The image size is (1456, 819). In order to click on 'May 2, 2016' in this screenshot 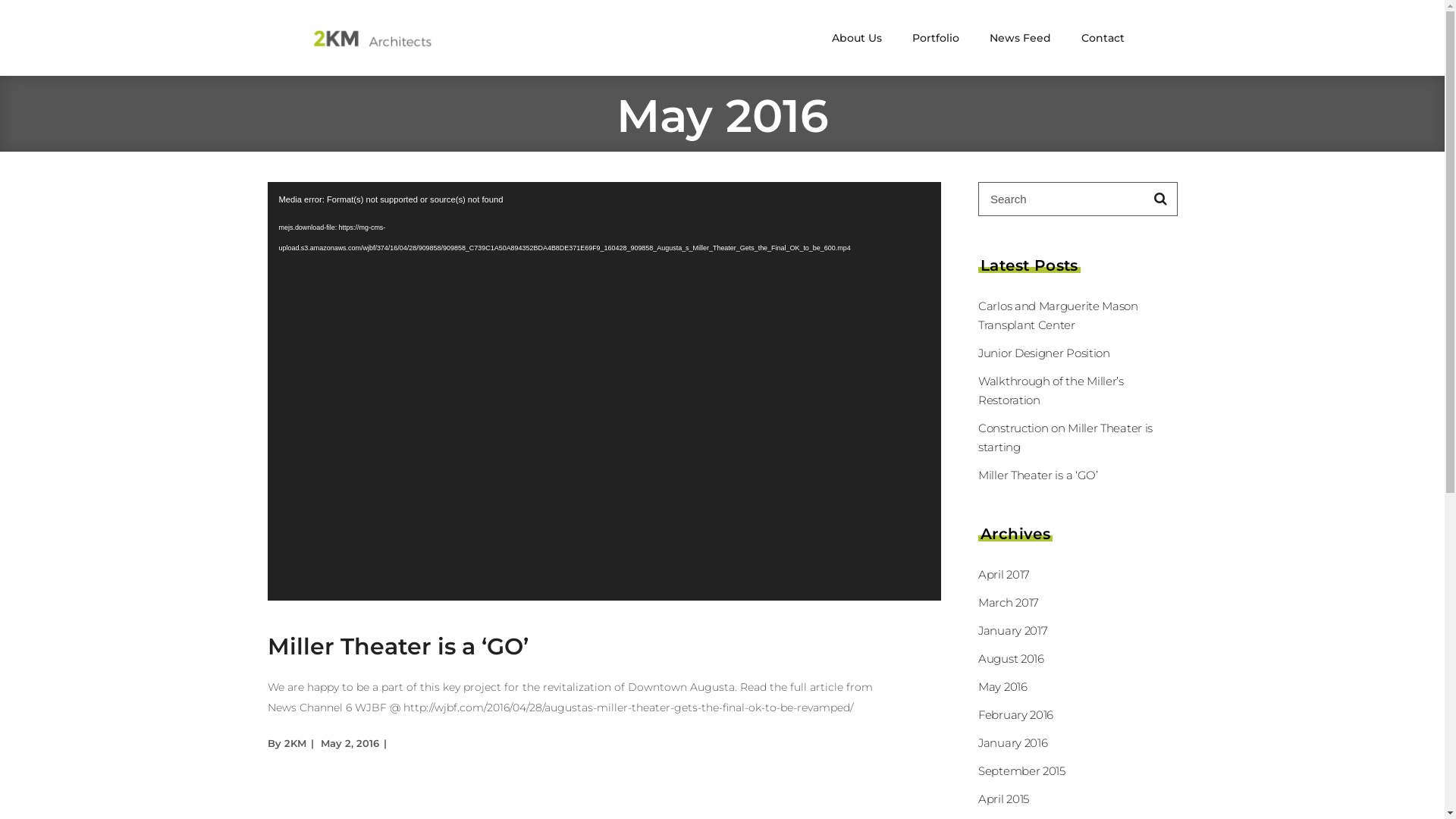, I will do `click(348, 742)`.